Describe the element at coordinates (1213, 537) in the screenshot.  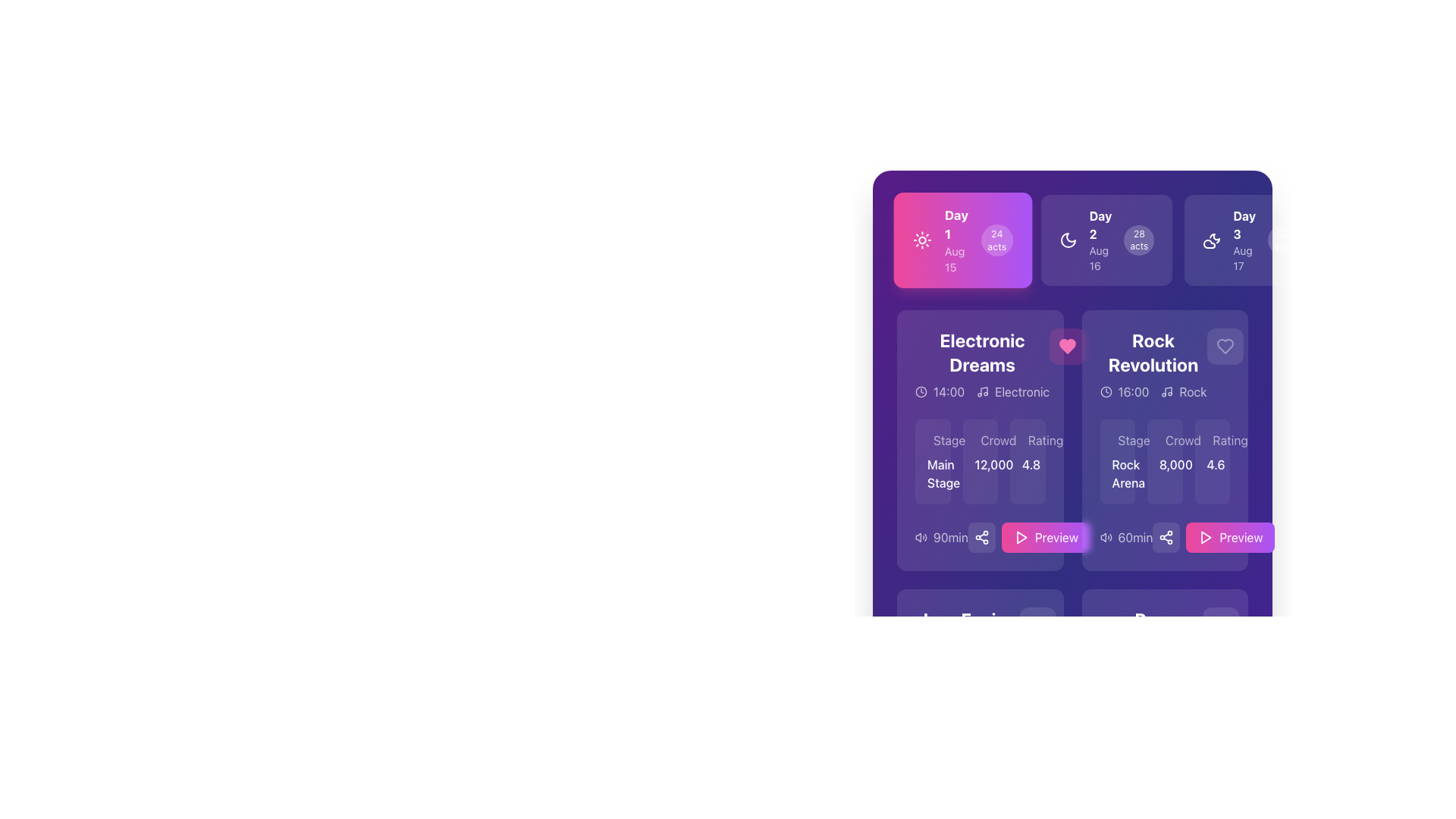
I see `the button that provides a preview for the Rock Revolution event` at that location.